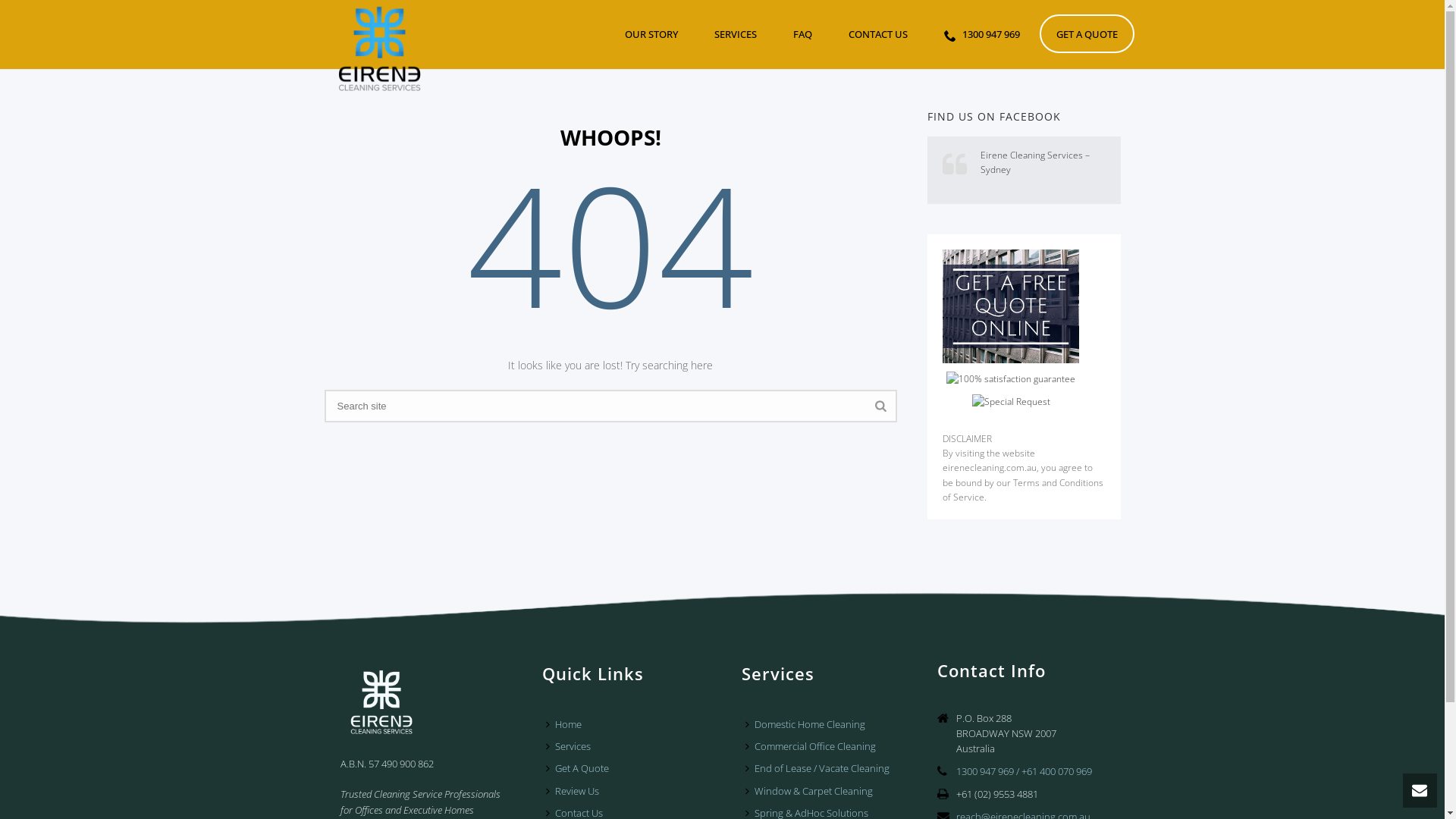  I want to click on '1300 947 969', so click(981, 33).